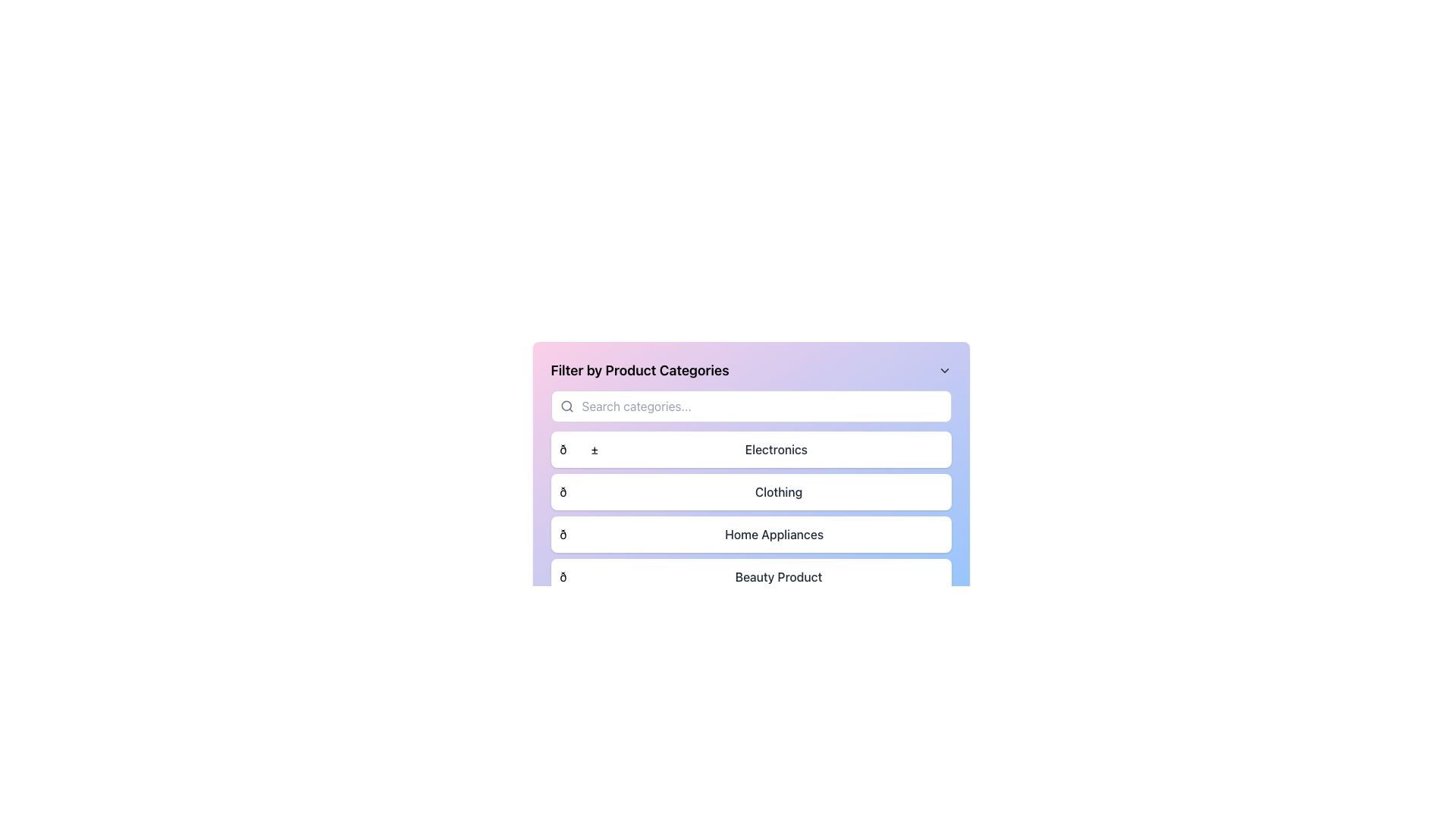  I want to click on the filter button labeled 'Clothing' located below the 'Electronics' button in the 'Filter by Product Categories' panel, so click(751, 476).